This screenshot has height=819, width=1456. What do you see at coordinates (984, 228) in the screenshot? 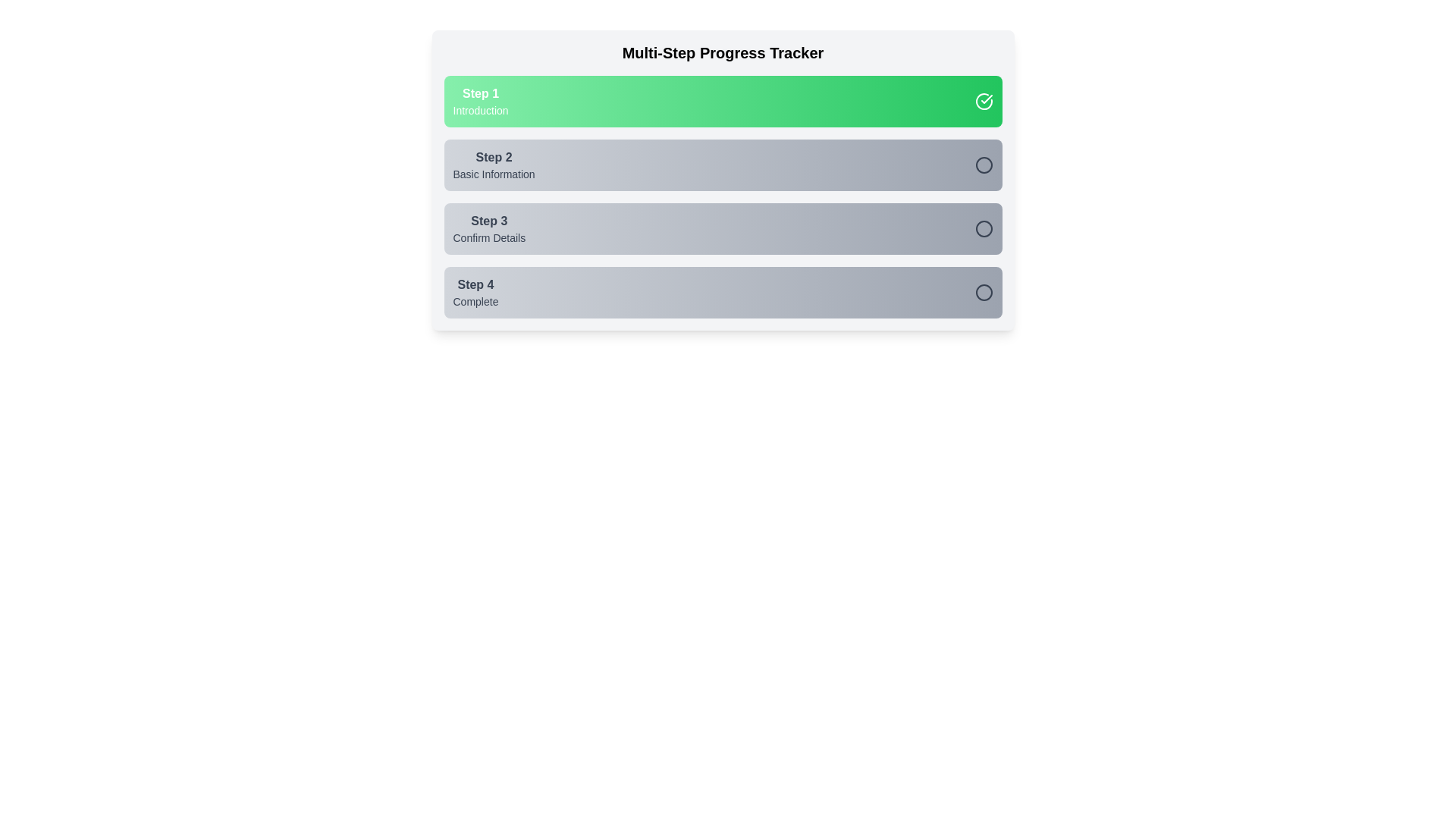
I see `the gray circular vector graphic element in Step 3 of the progress tracker component` at bounding box center [984, 228].